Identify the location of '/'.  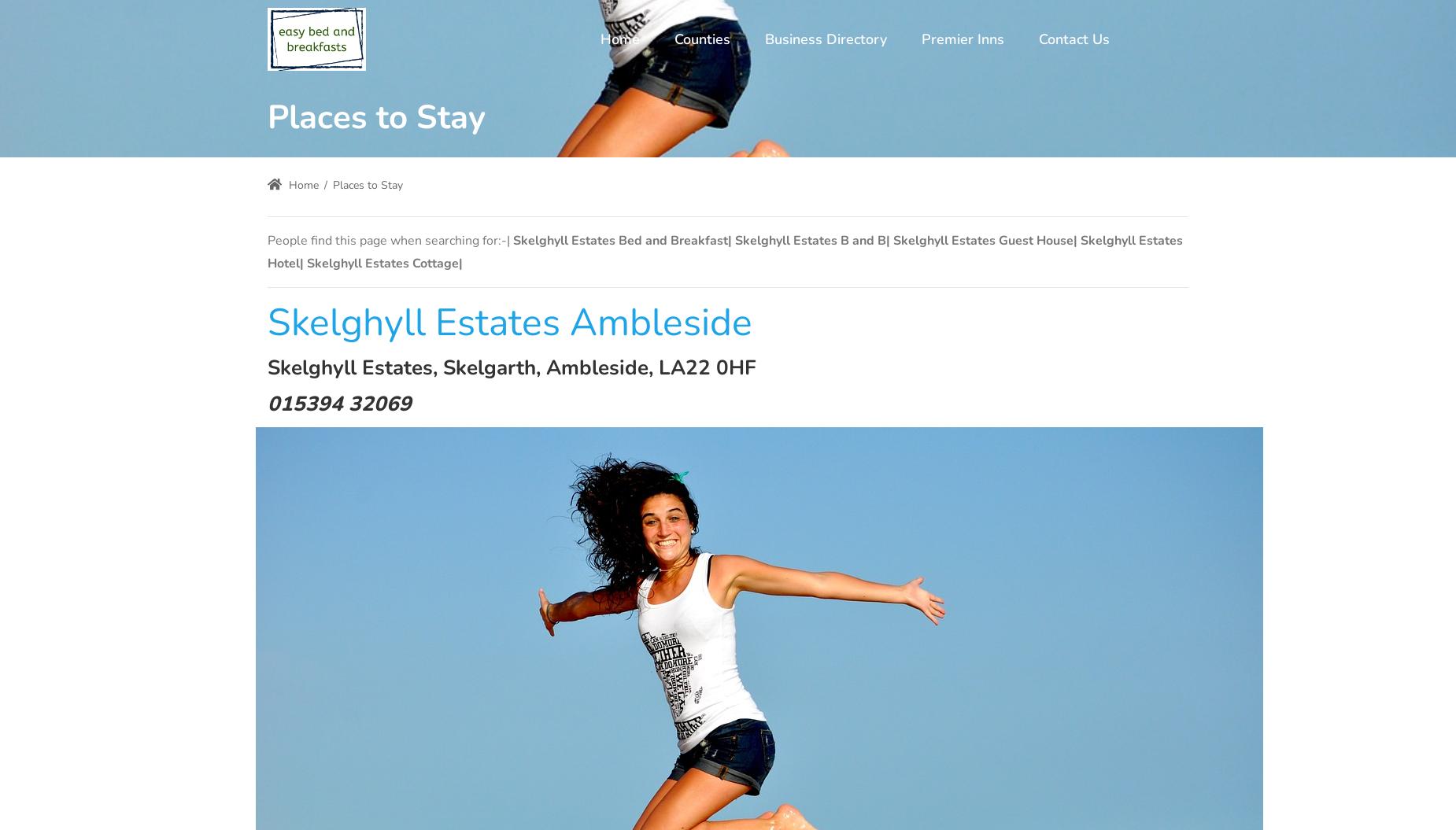
(325, 183).